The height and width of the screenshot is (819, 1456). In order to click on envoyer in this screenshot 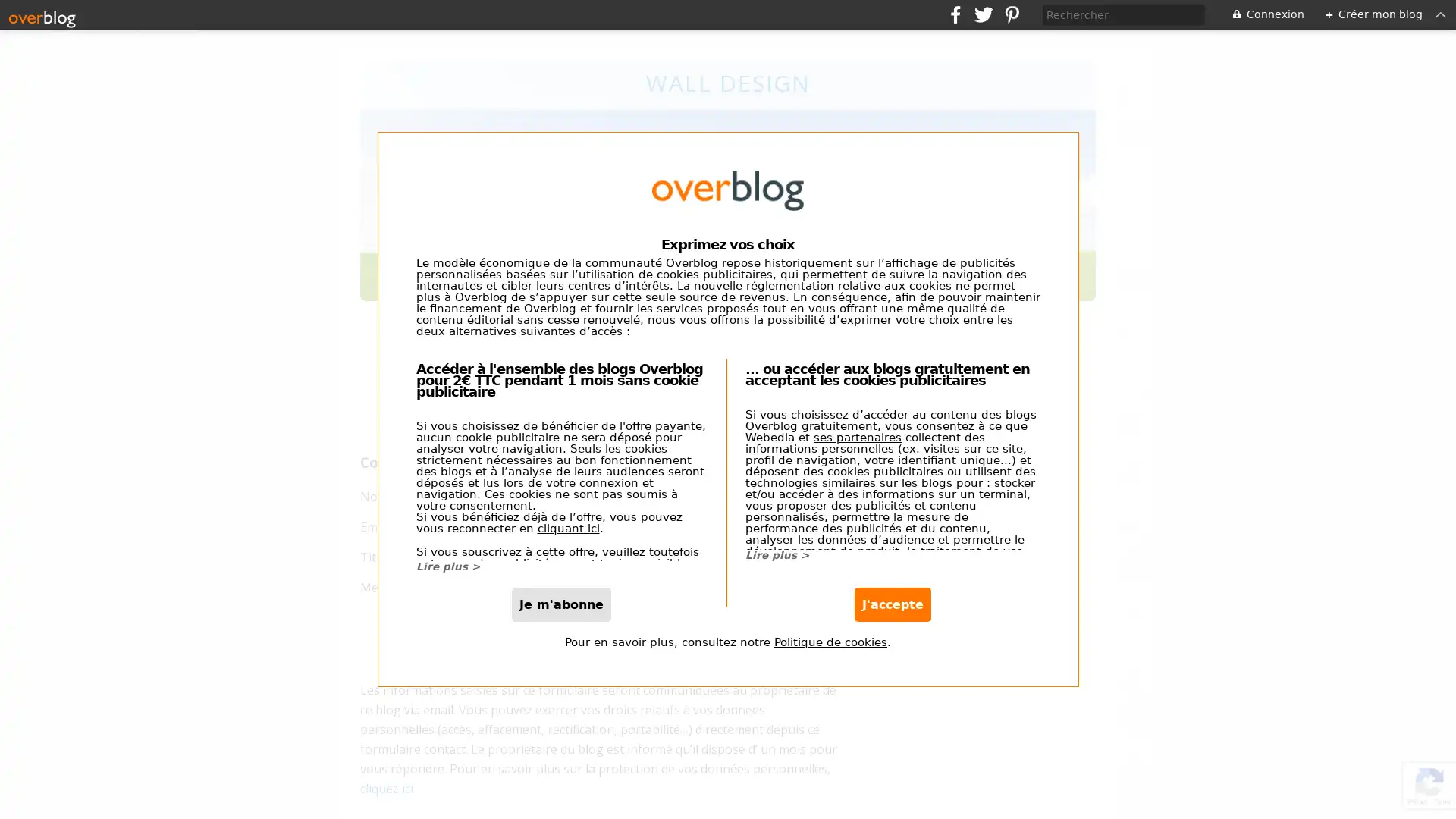, I will do `click(531, 654)`.